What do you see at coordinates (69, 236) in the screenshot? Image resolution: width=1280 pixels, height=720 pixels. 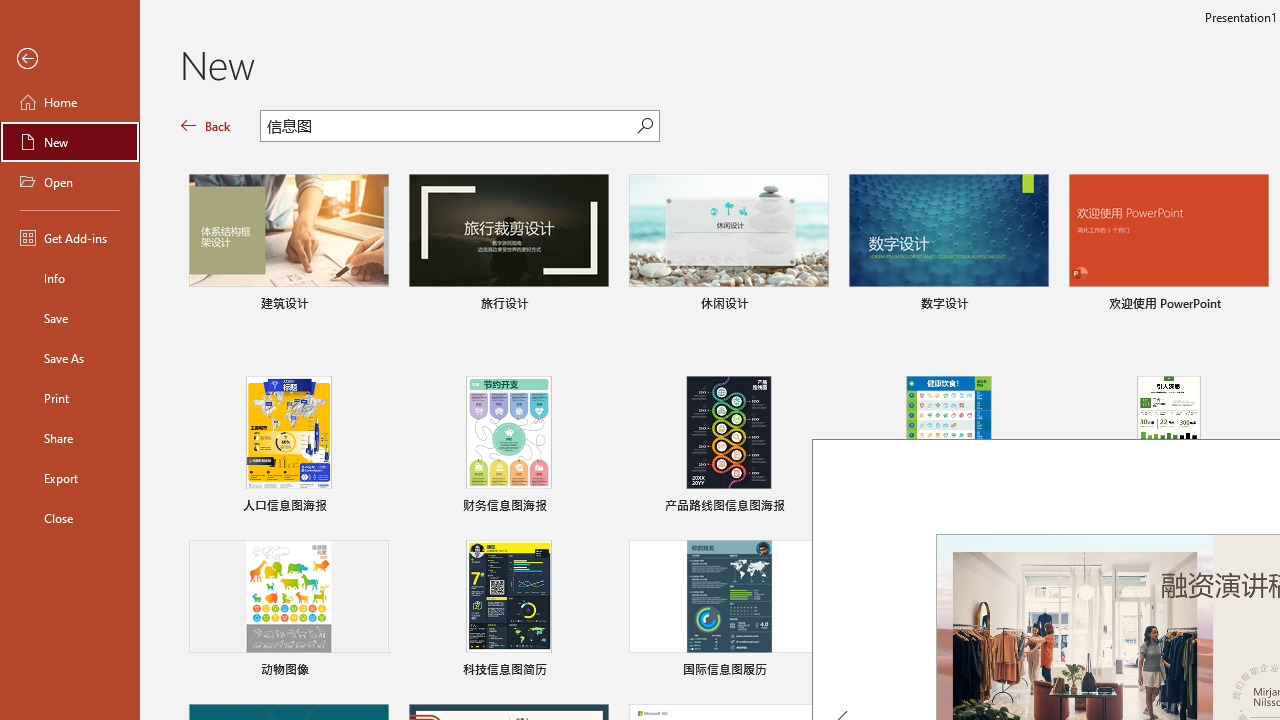 I see `'Get Add-ins'` at bounding box center [69, 236].